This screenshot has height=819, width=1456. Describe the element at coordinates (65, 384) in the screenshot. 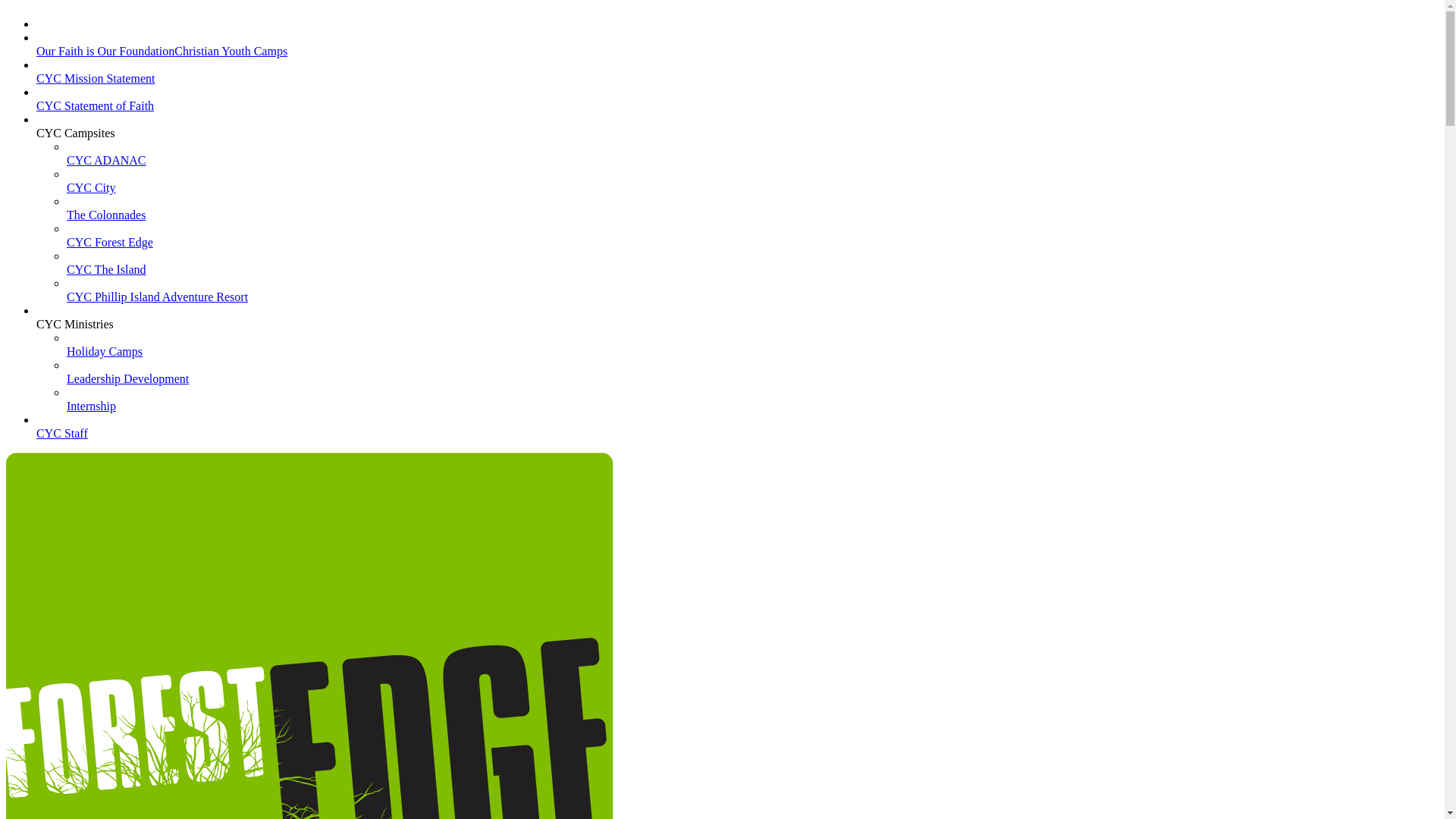

I see `'Leadership Development'` at that location.